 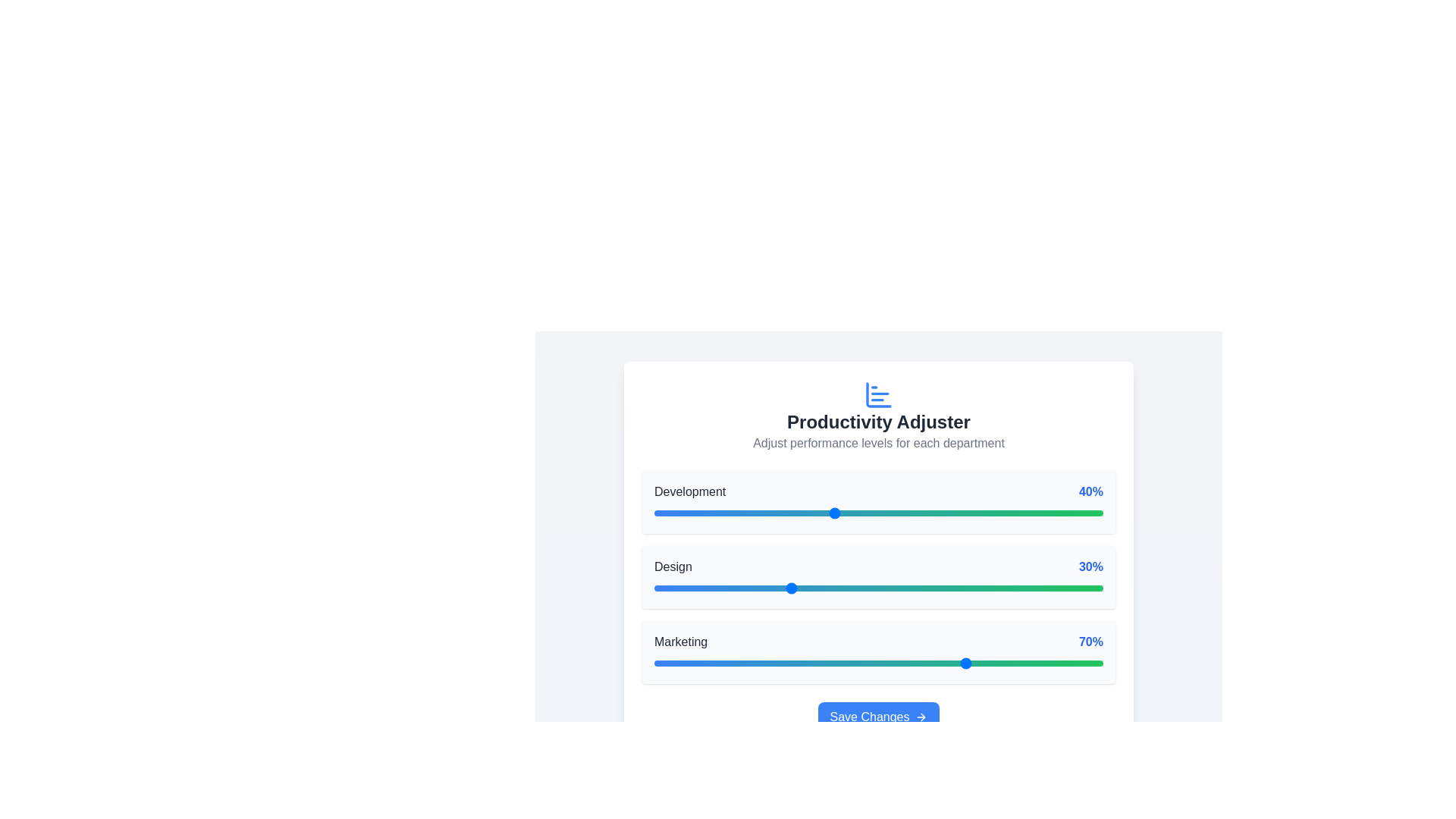 What do you see at coordinates (680, 642) in the screenshot?
I see `the 'Marketing' text label, which is styled in a medium-weight font and dark gray color, located in the lower section of a white card-like interface, positioned to the left of the '70%' percentage indicator` at bounding box center [680, 642].